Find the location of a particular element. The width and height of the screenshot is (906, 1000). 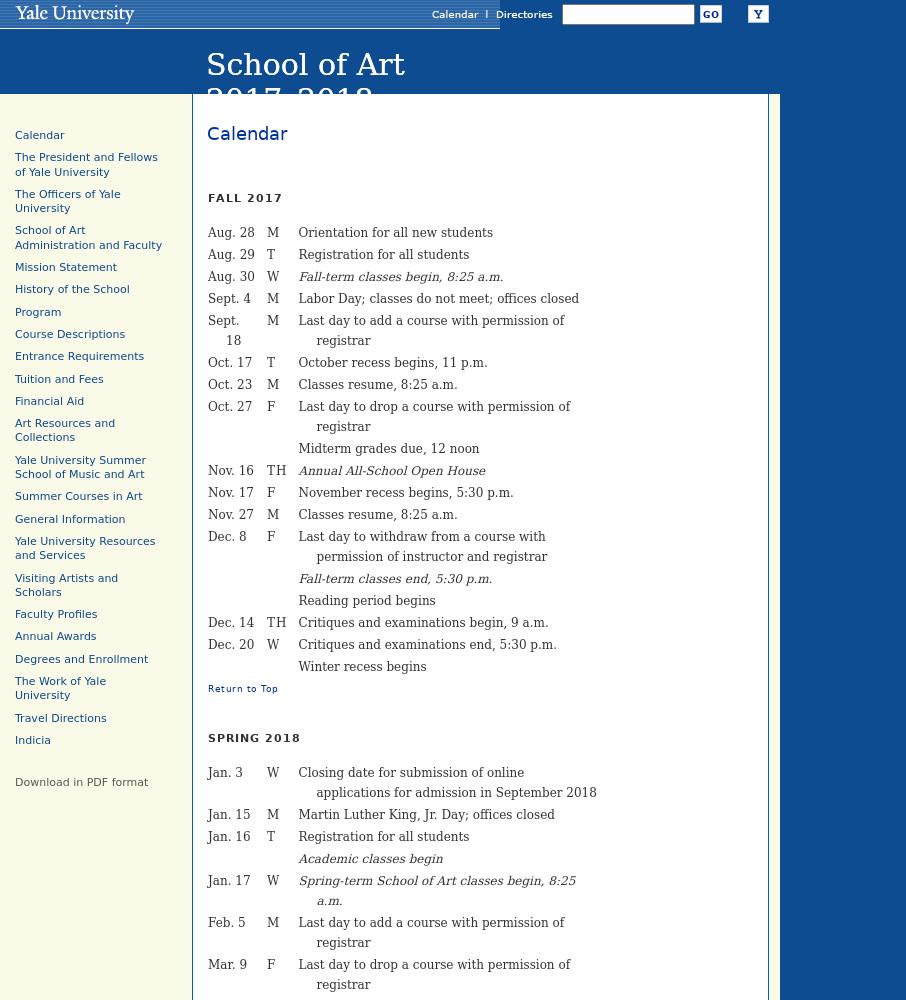

'F' is located at coordinates (271, 492).